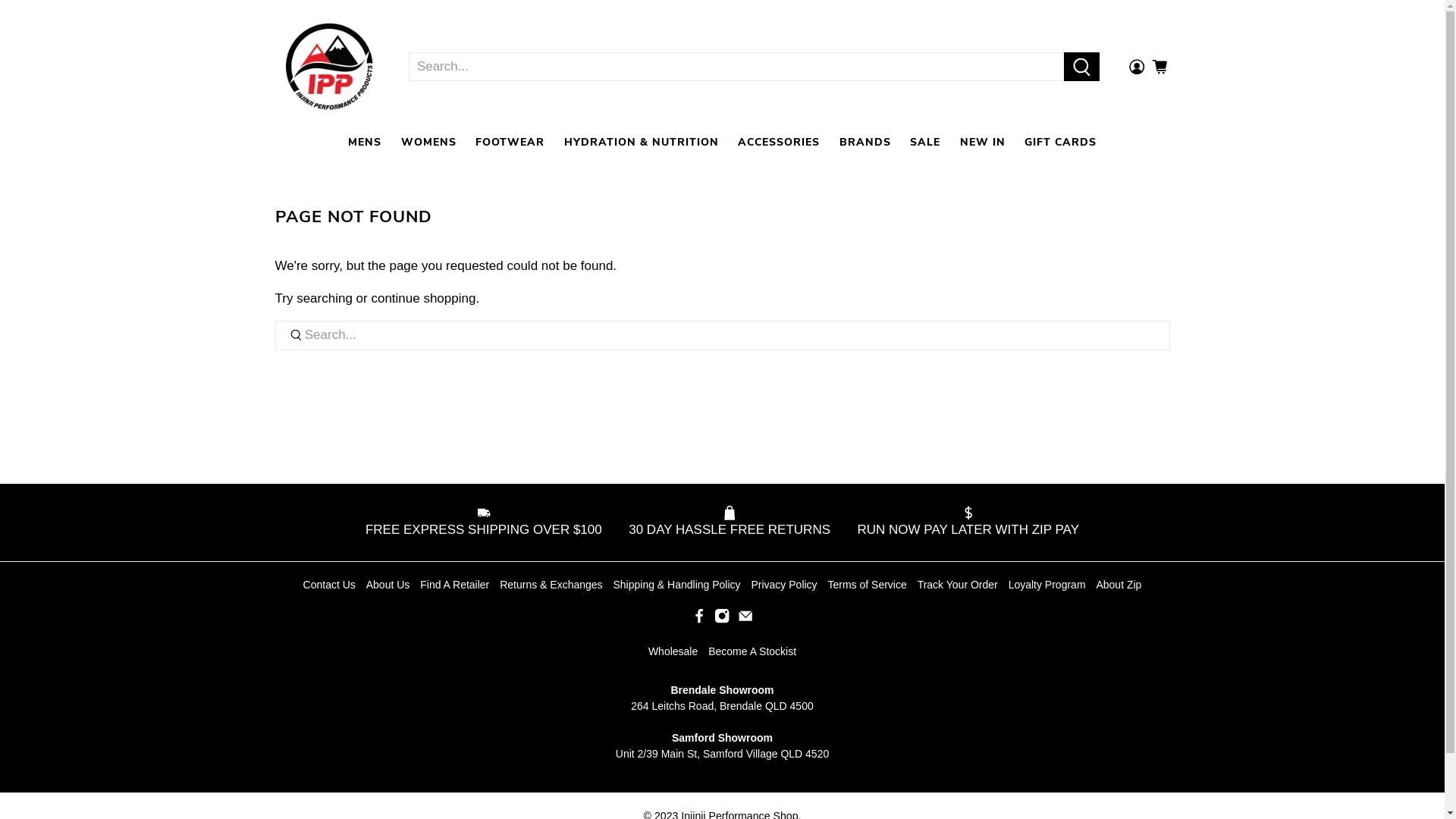 This screenshot has width=1456, height=819. I want to click on 'Find A Retailer', so click(453, 584).